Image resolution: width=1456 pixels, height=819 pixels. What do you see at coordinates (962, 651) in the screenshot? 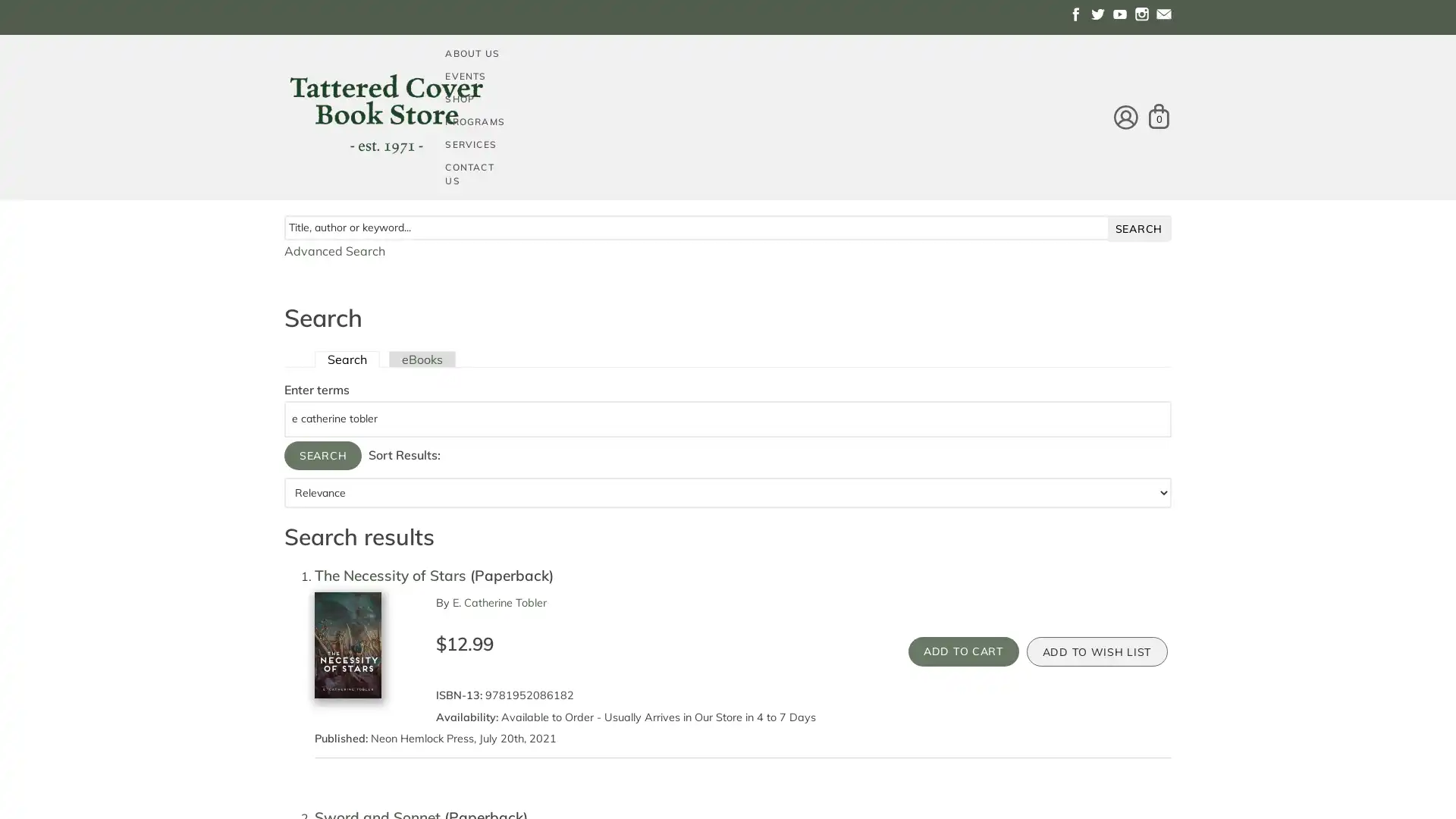
I see `Add to Cart` at bounding box center [962, 651].